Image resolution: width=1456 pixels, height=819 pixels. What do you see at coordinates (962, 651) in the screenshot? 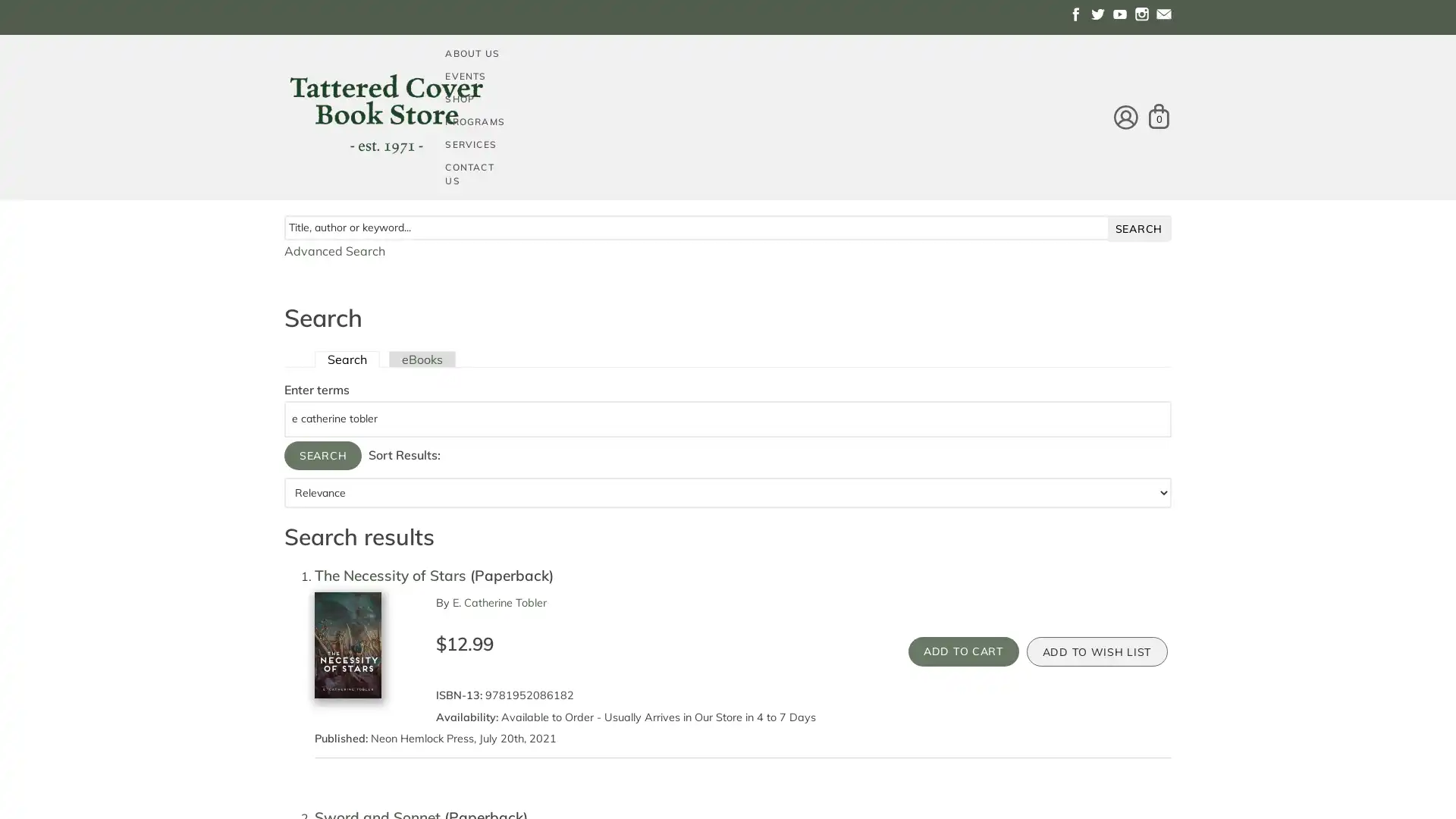
I see `Add to Cart` at bounding box center [962, 651].